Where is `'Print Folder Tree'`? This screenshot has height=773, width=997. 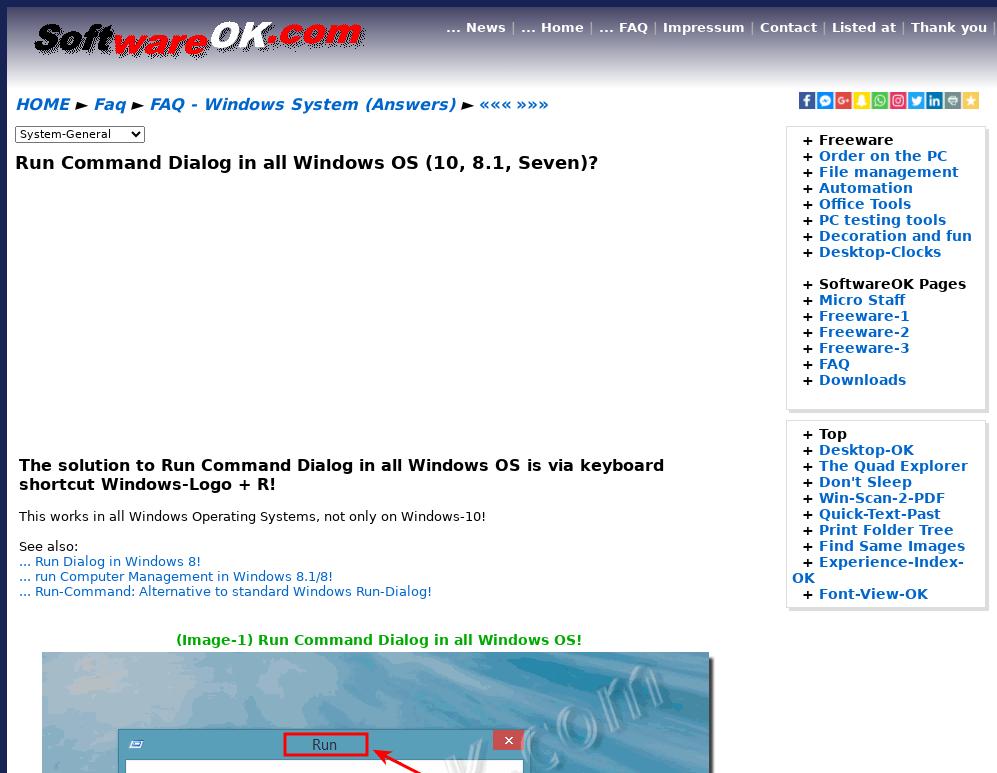 'Print Folder Tree' is located at coordinates (885, 527).